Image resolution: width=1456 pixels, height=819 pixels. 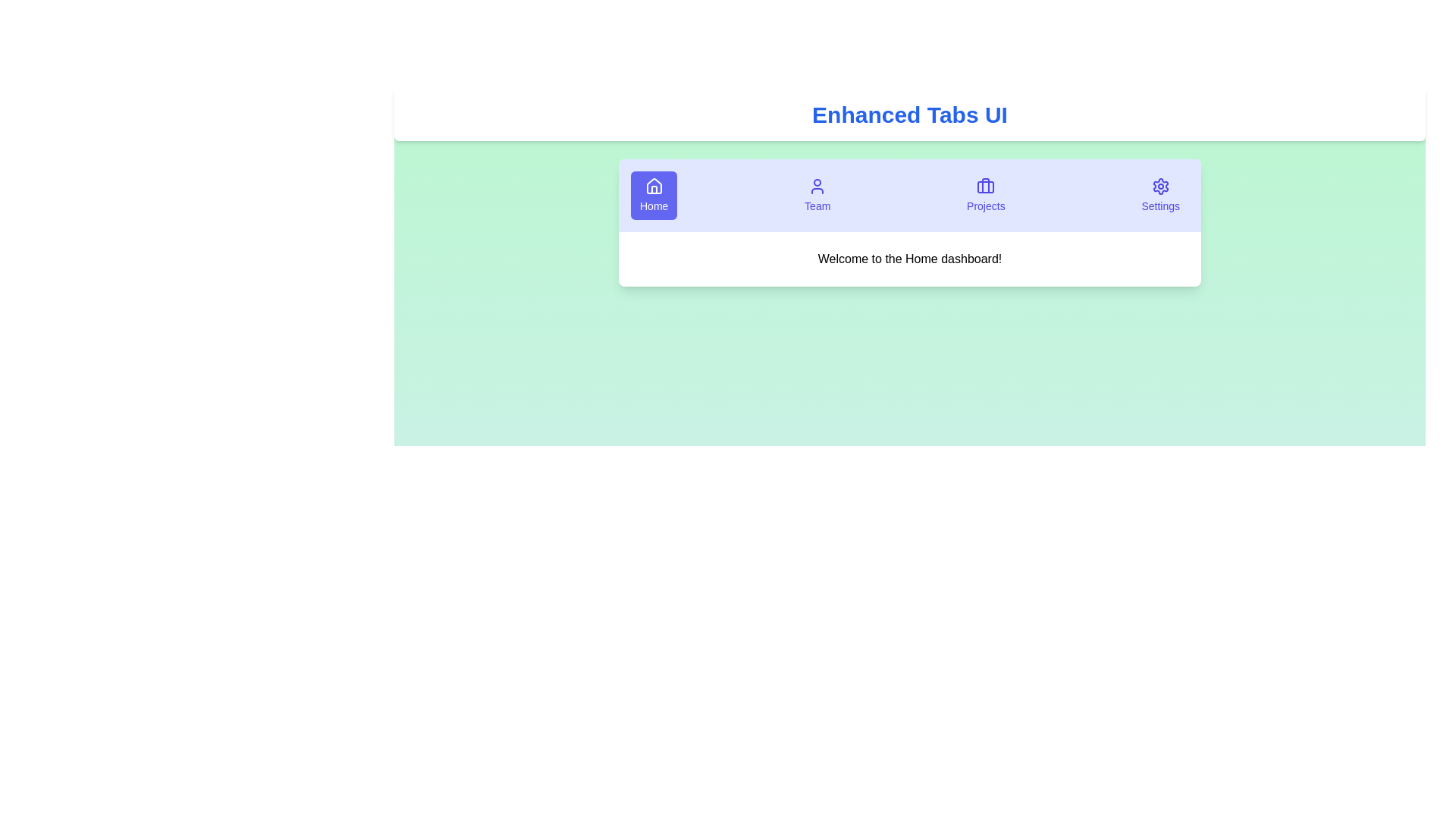 I want to click on the Projects tab icon, which visually represents the Projects section and is centrally aligned at the top of the content area, so click(x=986, y=186).